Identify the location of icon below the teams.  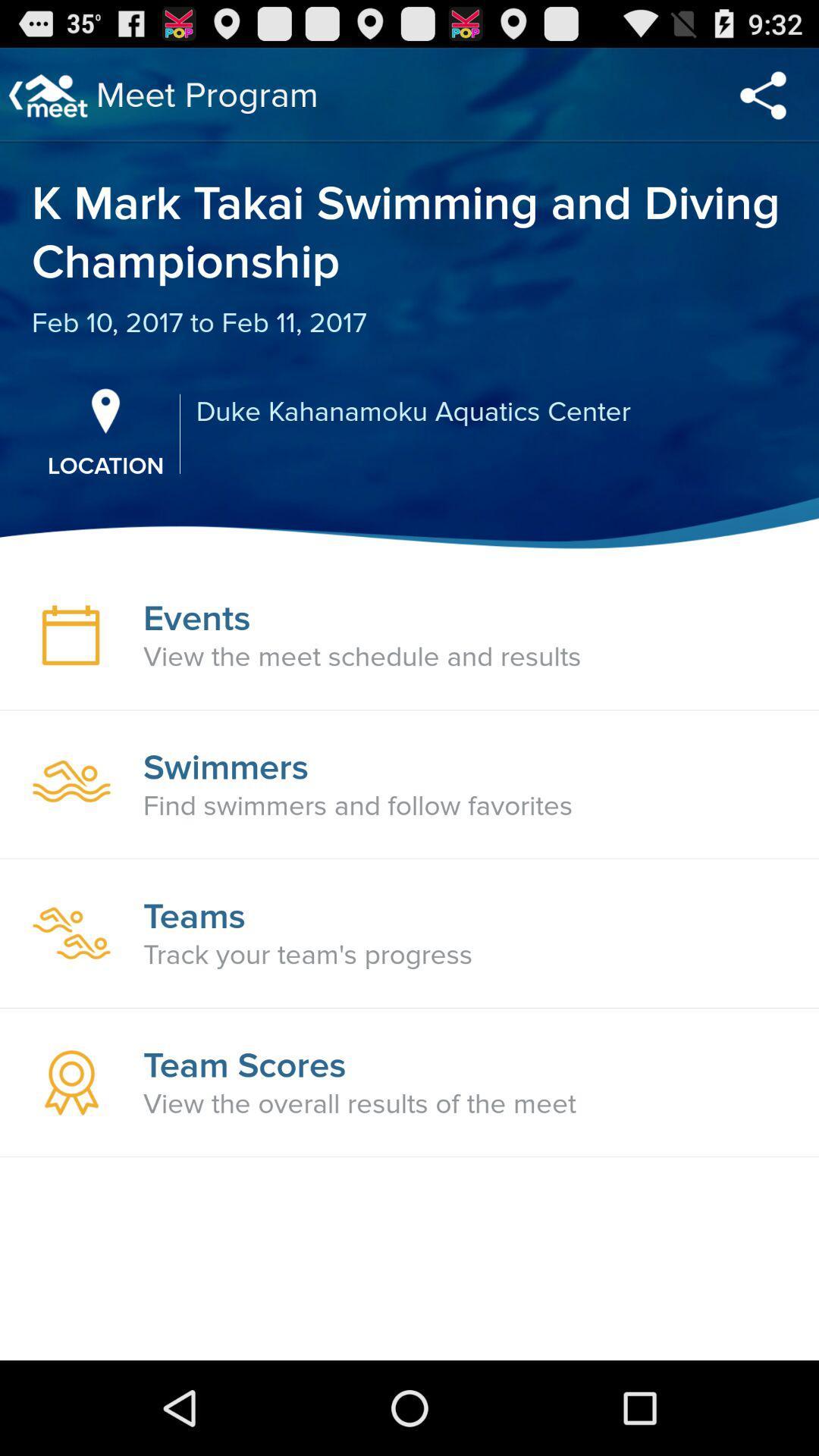
(307, 954).